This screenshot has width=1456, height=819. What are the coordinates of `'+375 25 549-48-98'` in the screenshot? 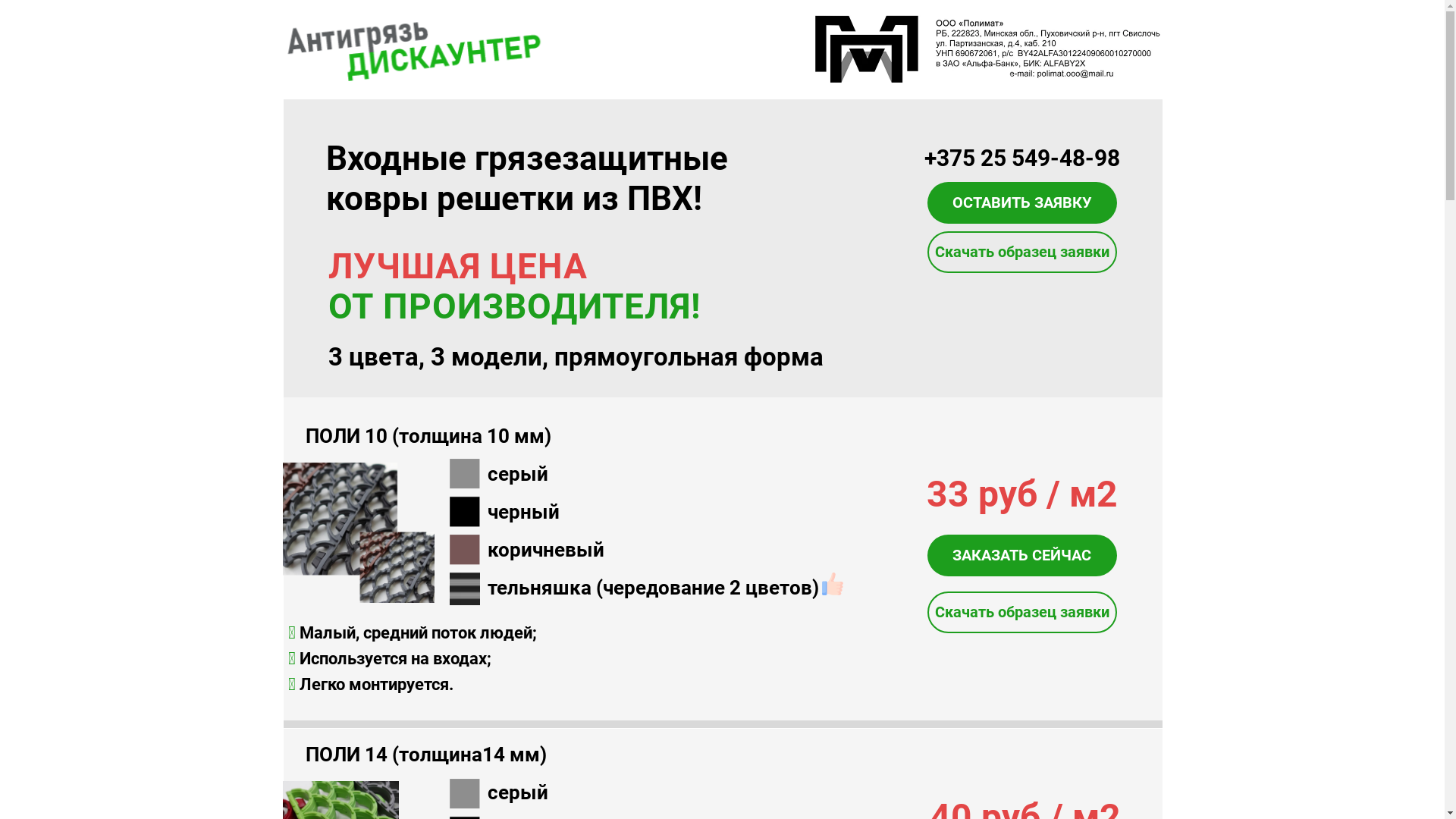 It's located at (1021, 158).